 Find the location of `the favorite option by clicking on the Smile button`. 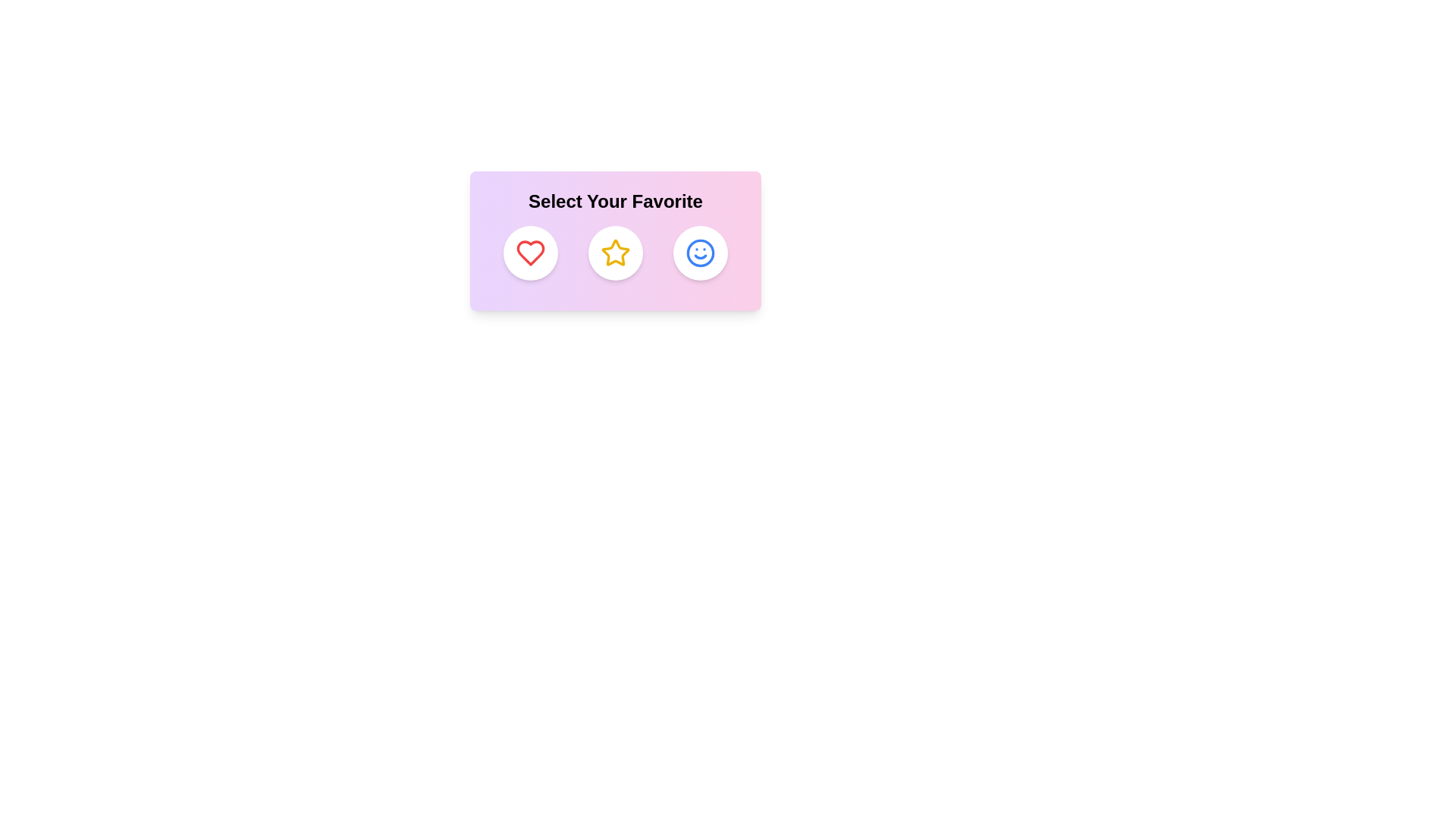

the favorite option by clicking on the Smile button is located at coordinates (700, 253).